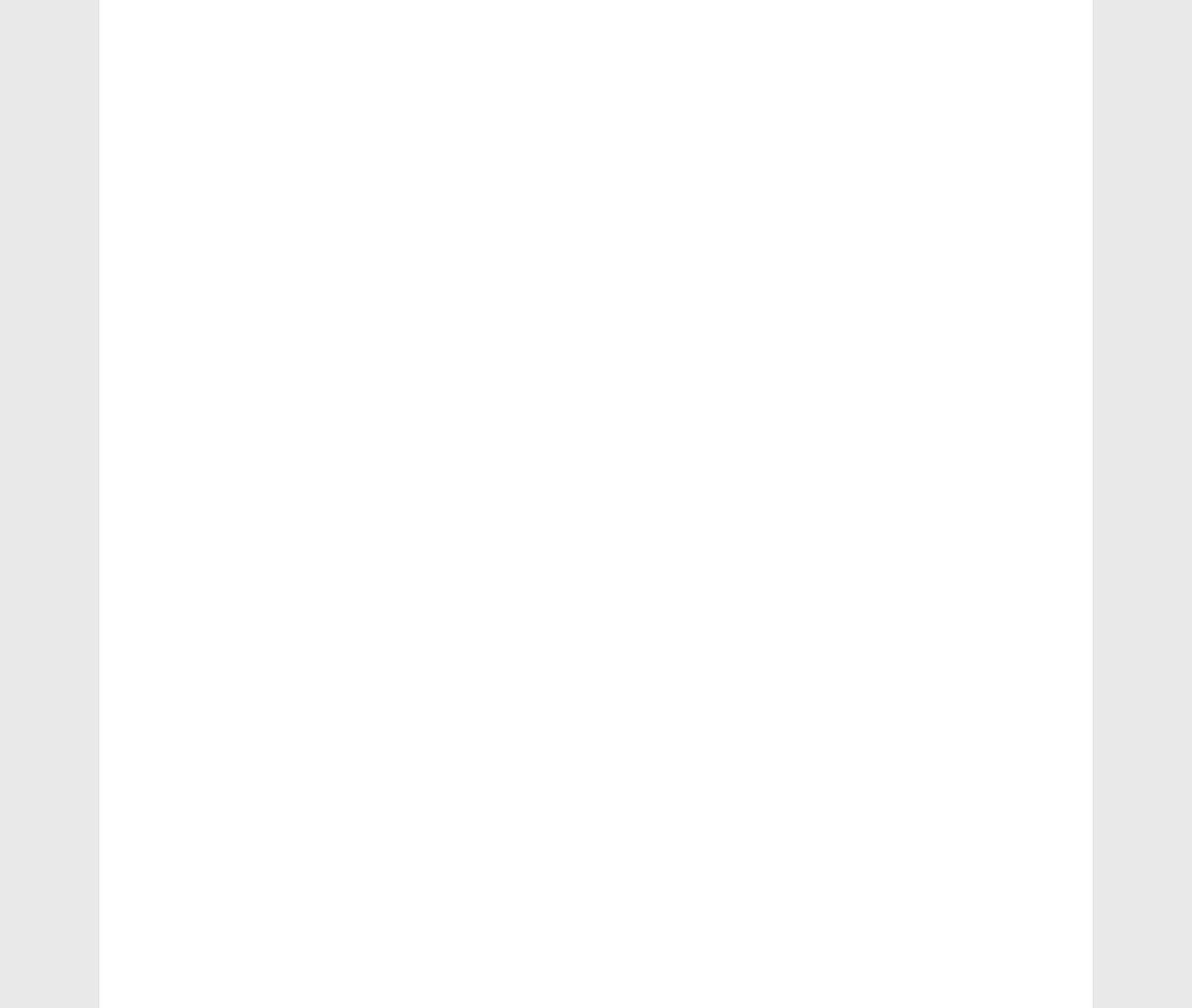  Describe the element at coordinates (186, 641) in the screenshot. I see `'Fundraiser'` at that location.